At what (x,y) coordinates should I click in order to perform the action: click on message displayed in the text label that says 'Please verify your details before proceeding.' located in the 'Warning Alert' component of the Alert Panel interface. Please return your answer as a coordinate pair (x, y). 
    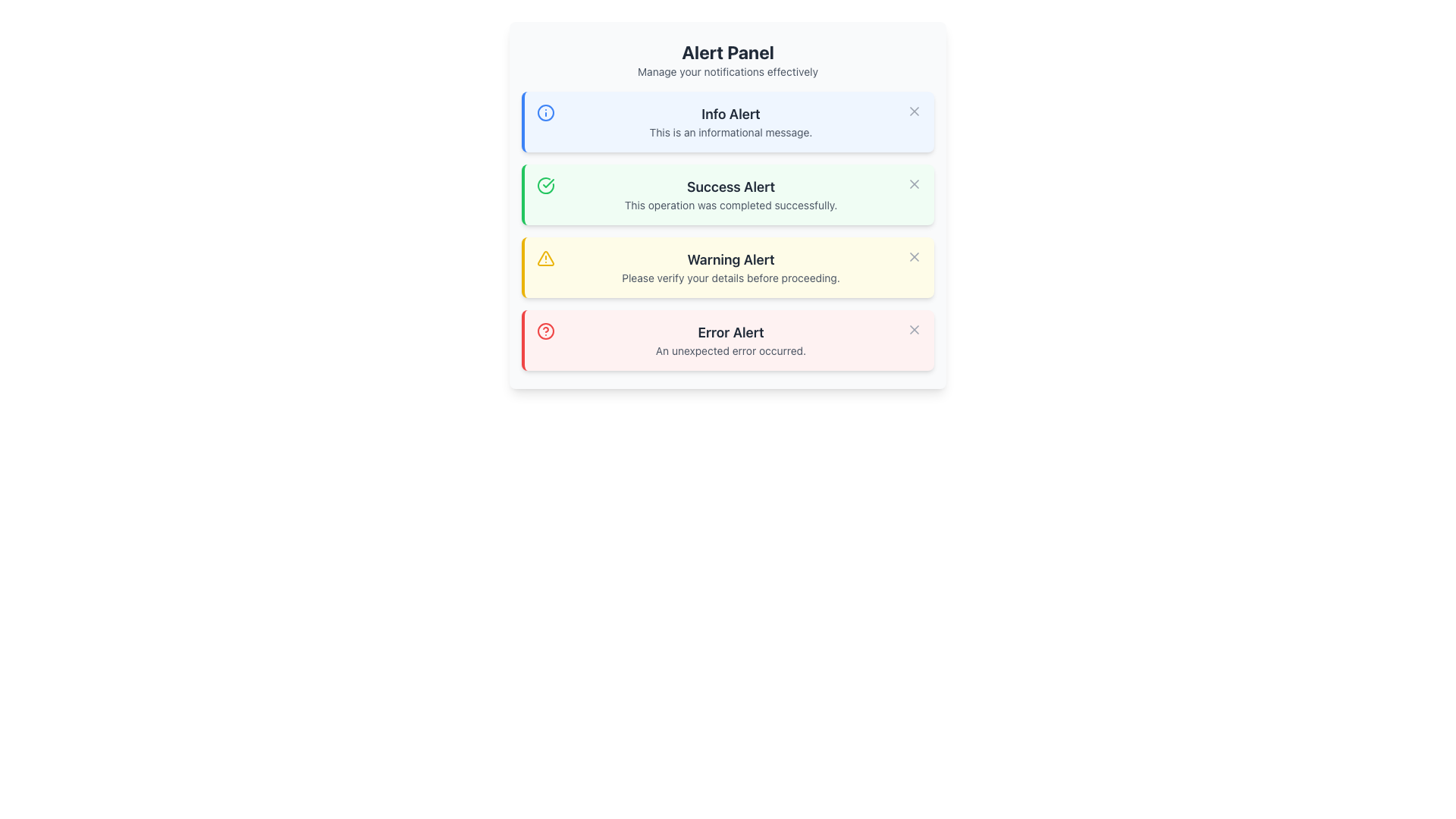
    Looking at the image, I should click on (731, 278).